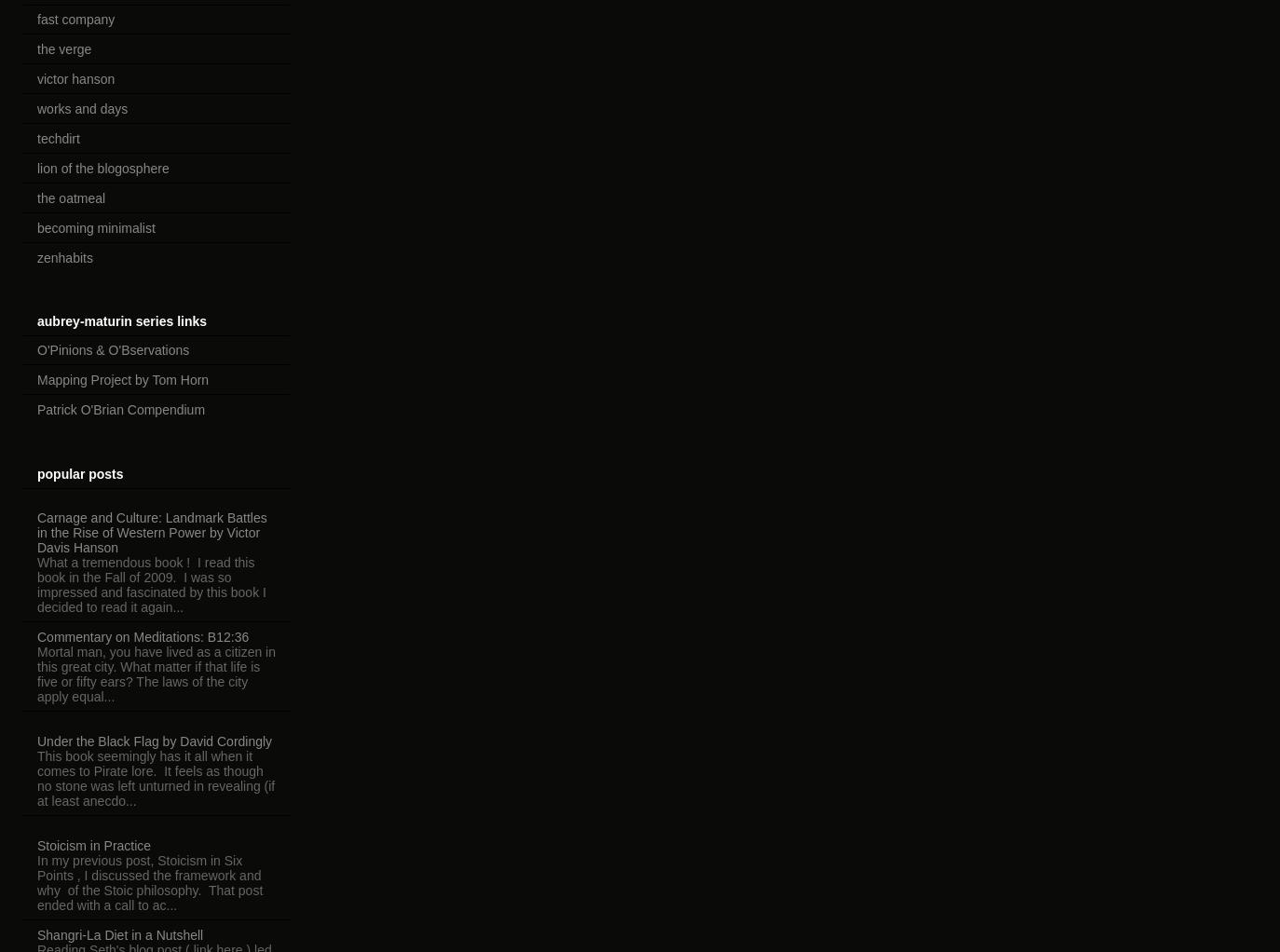 This screenshot has height=952, width=1280. I want to click on 'Carnage and Culture: Landmark Battles in the Rise of Western Power by Victor Davis Hanson', so click(35, 531).